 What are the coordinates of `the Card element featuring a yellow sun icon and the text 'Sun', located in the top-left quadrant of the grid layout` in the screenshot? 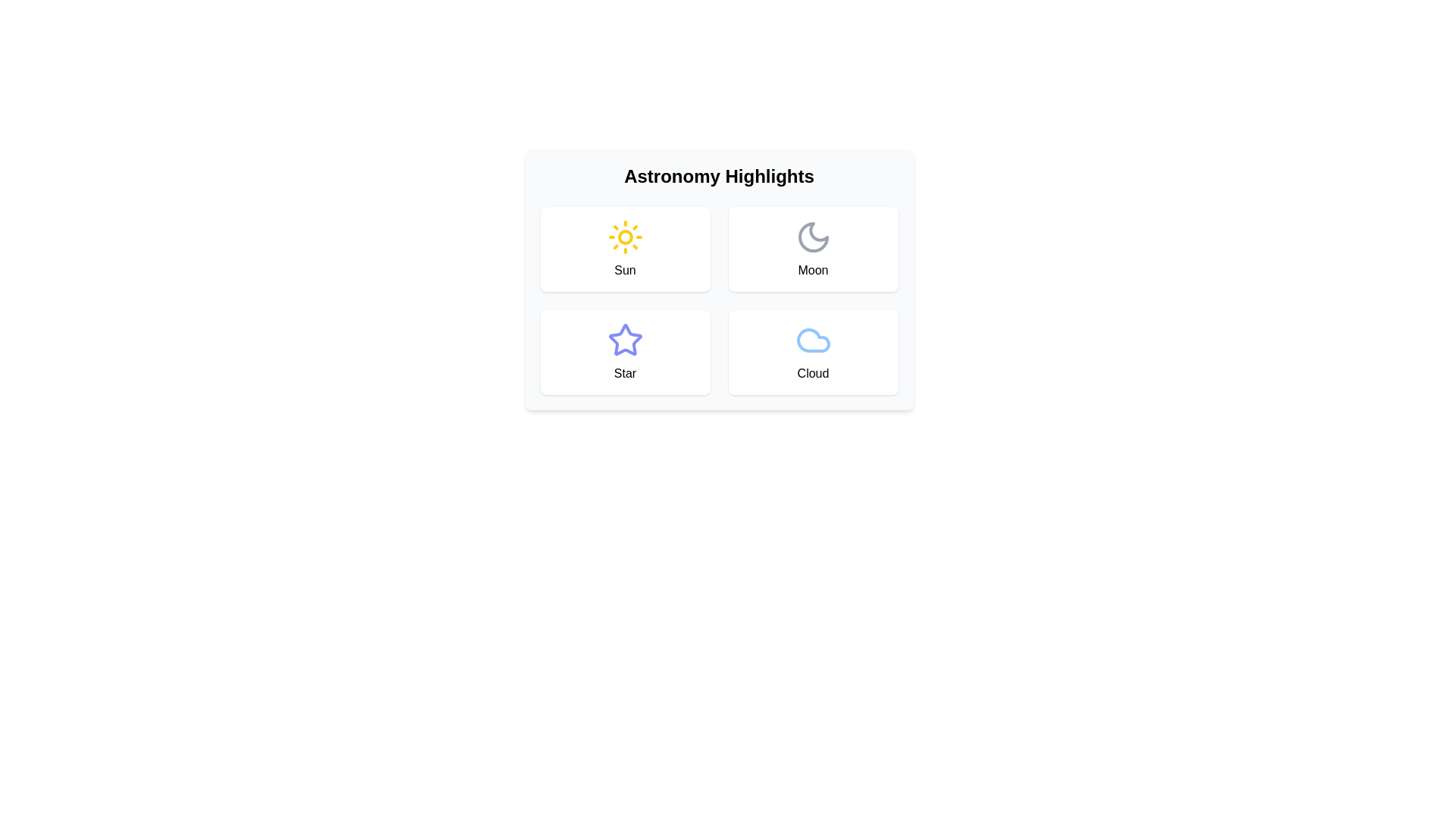 It's located at (625, 248).